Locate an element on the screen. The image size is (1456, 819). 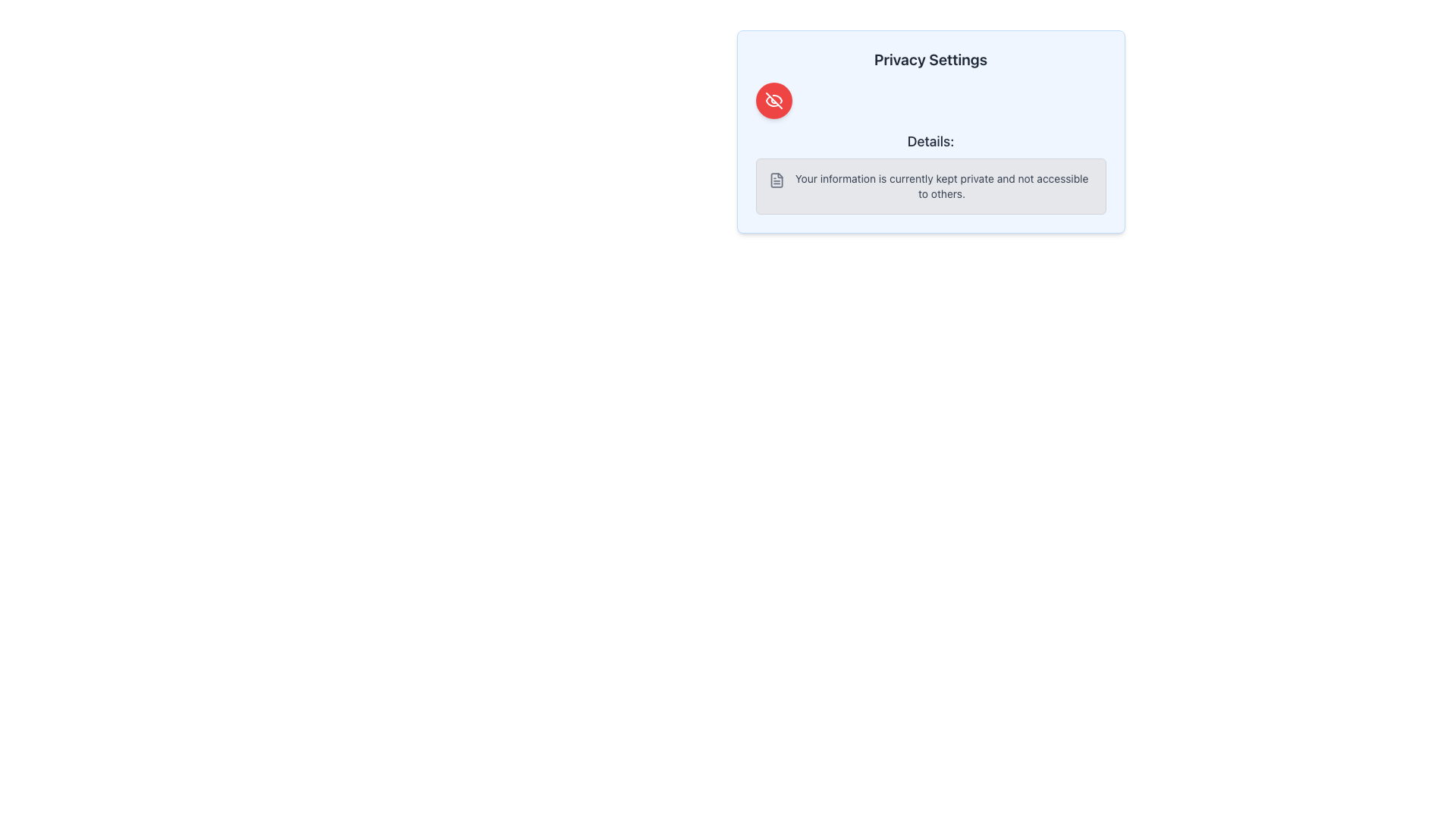
the Information Display section labeled 'Details:' that contains the message about privacy, located below the red circular button with an eye-like icon is located at coordinates (930, 171).